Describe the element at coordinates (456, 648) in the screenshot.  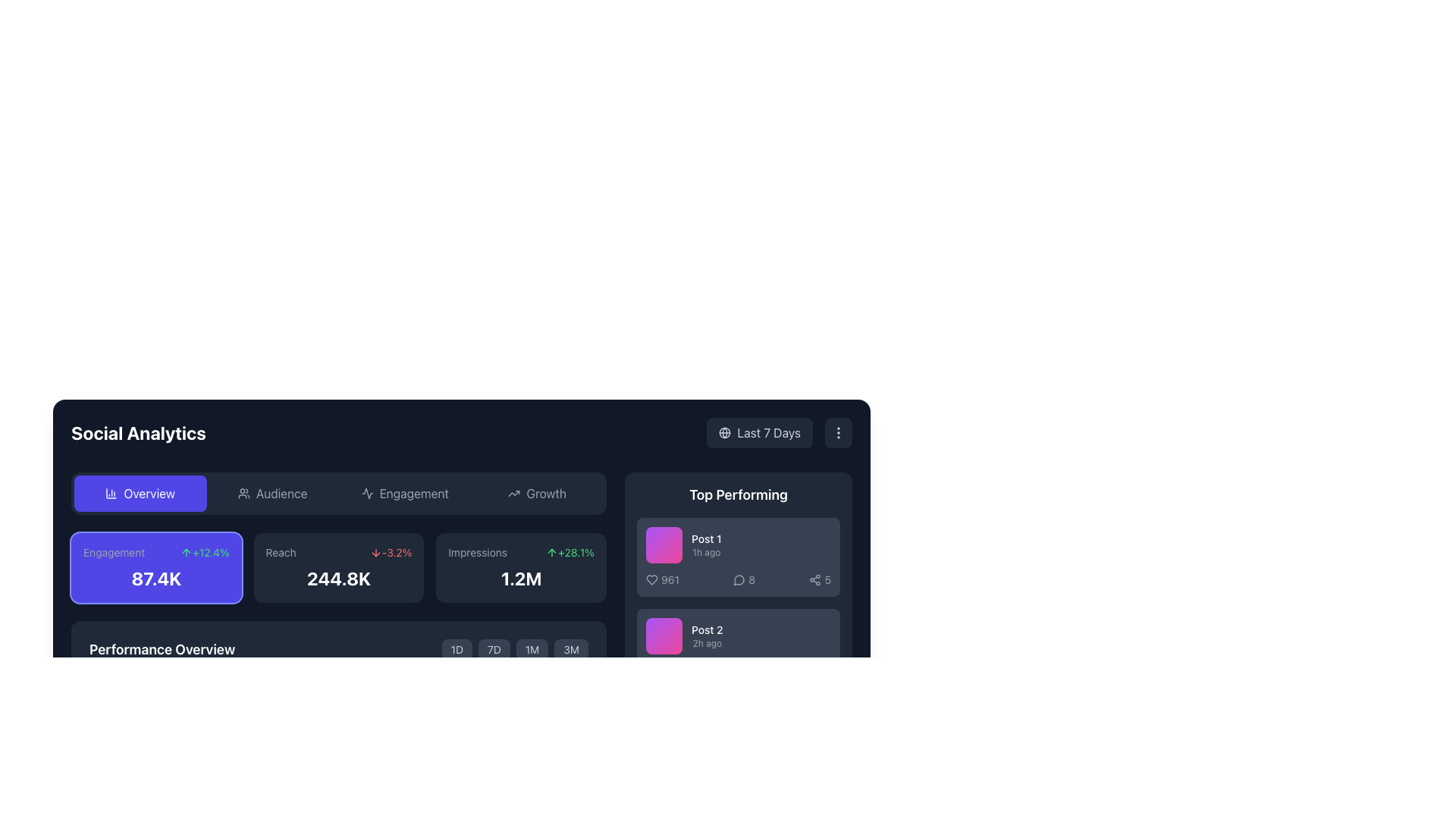
I see `the rectangular button with rounded corners and light gray text displaying '1D'` at that location.